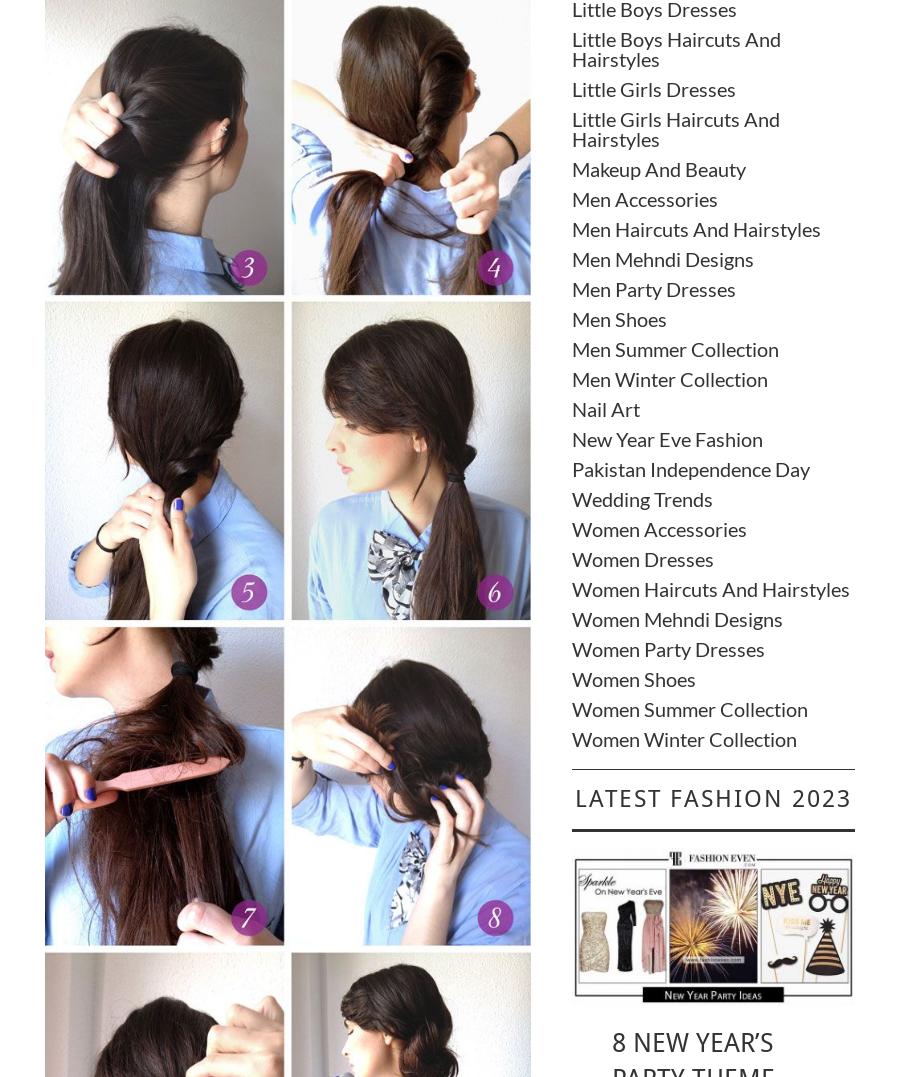 This screenshot has width=900, height=1077. Describe the element at coordinates (658, 527) in the screenshot. I see `'Women Accessories'` at that location.